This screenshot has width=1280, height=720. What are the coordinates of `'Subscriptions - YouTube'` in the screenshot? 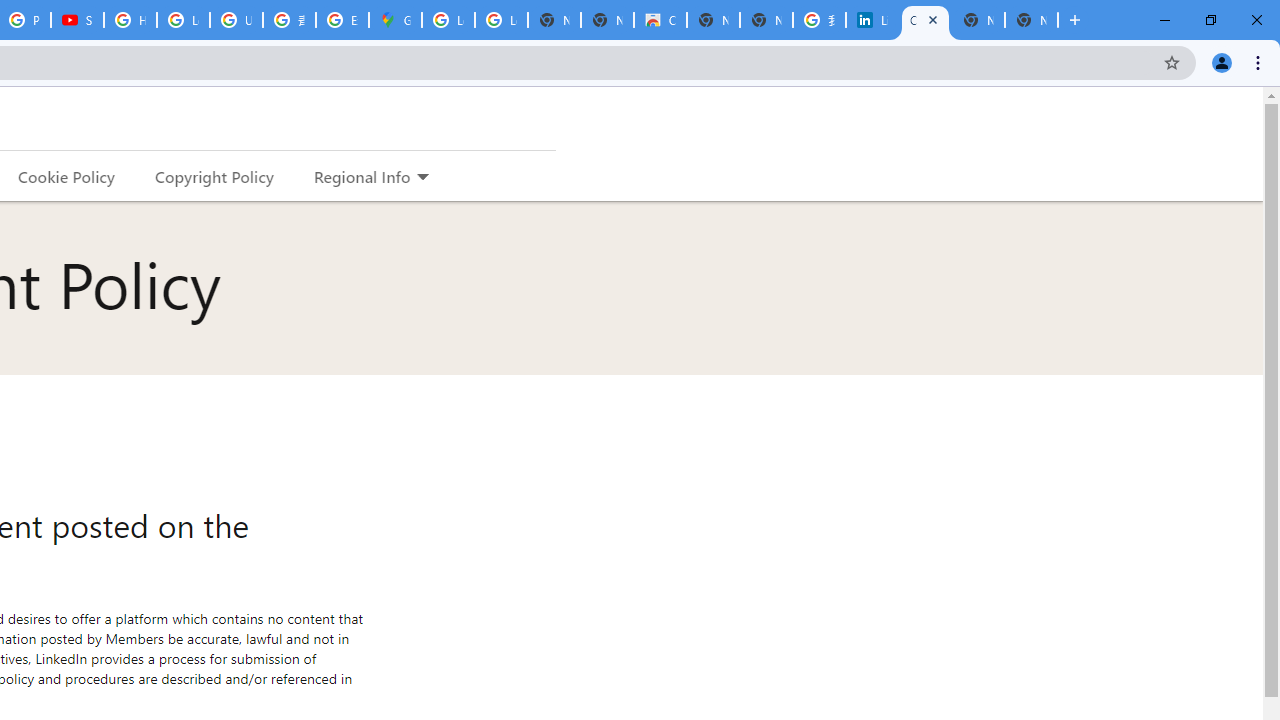 It's located at (77, 20).